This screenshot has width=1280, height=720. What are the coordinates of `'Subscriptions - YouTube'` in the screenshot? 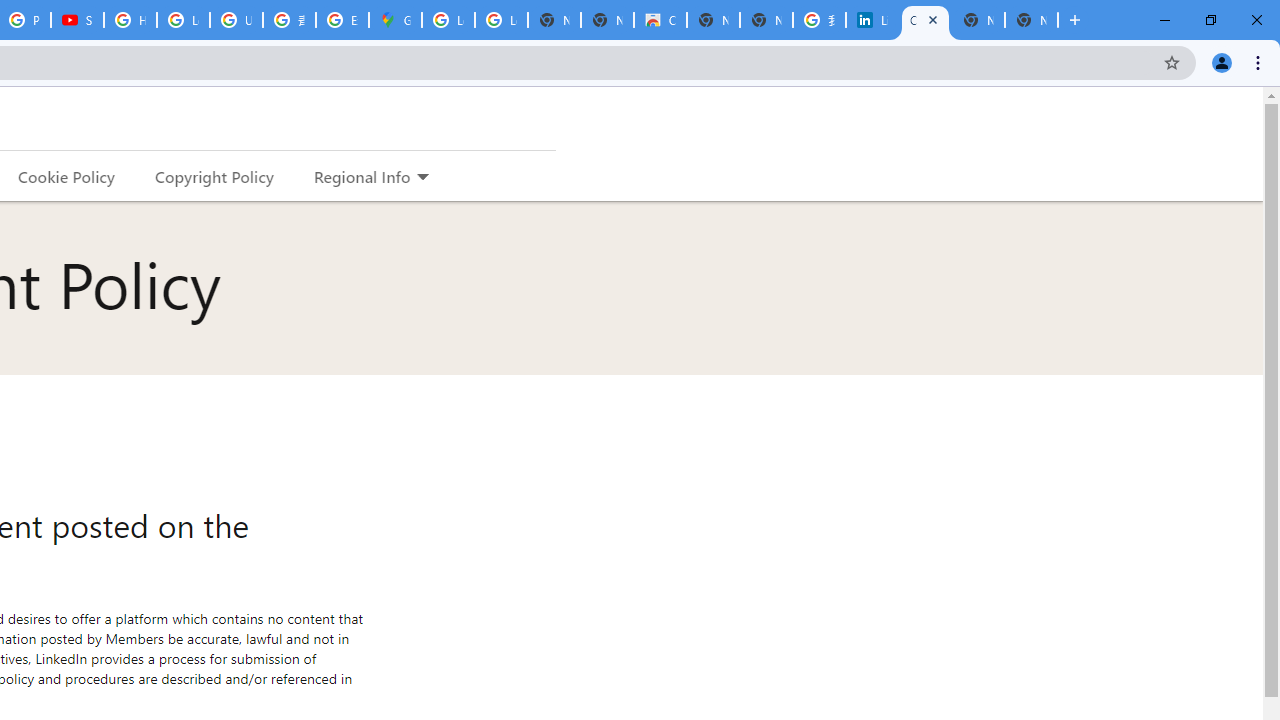 It's located at (77, 20).